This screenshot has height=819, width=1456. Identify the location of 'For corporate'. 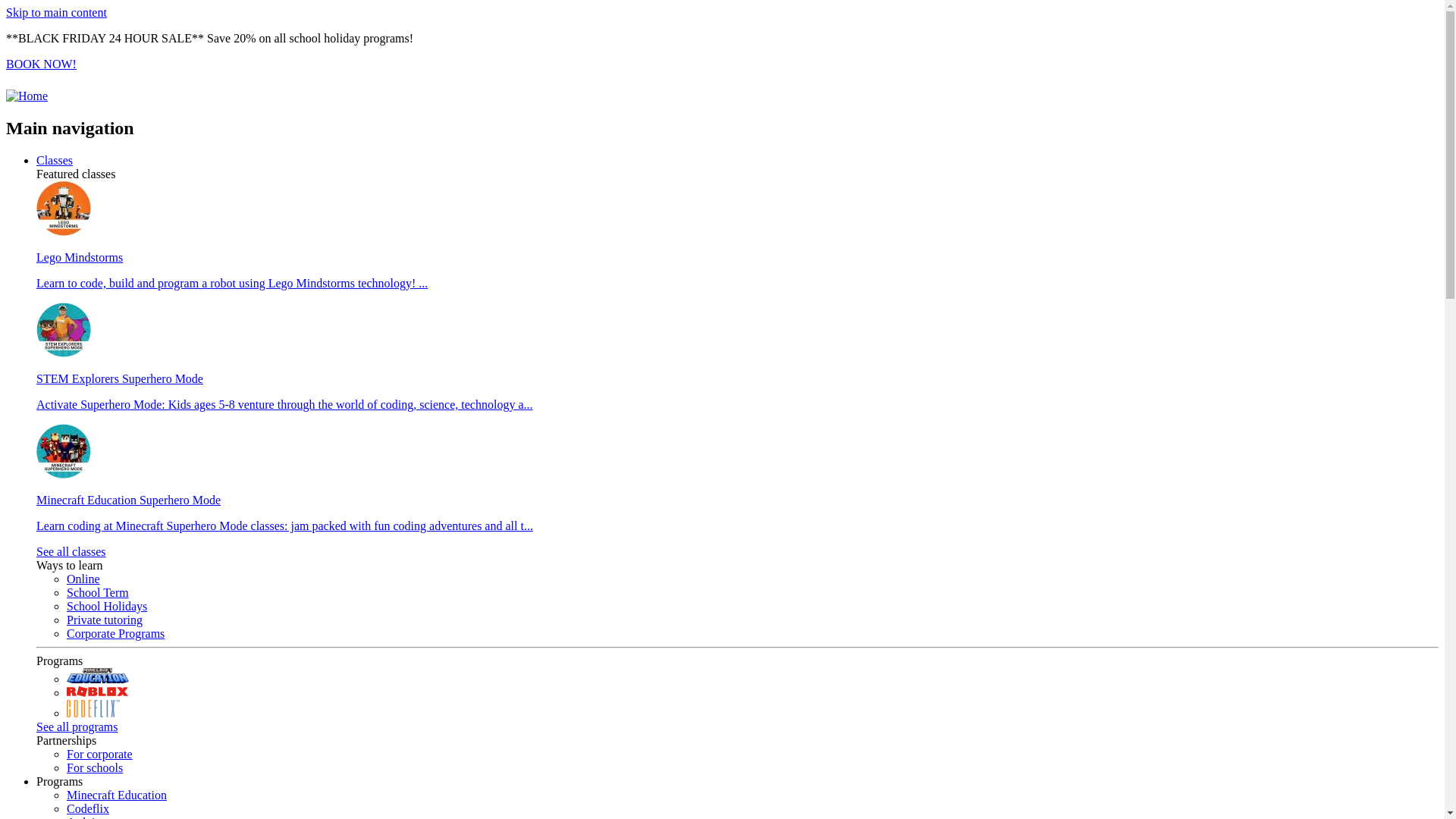
(99, 754).